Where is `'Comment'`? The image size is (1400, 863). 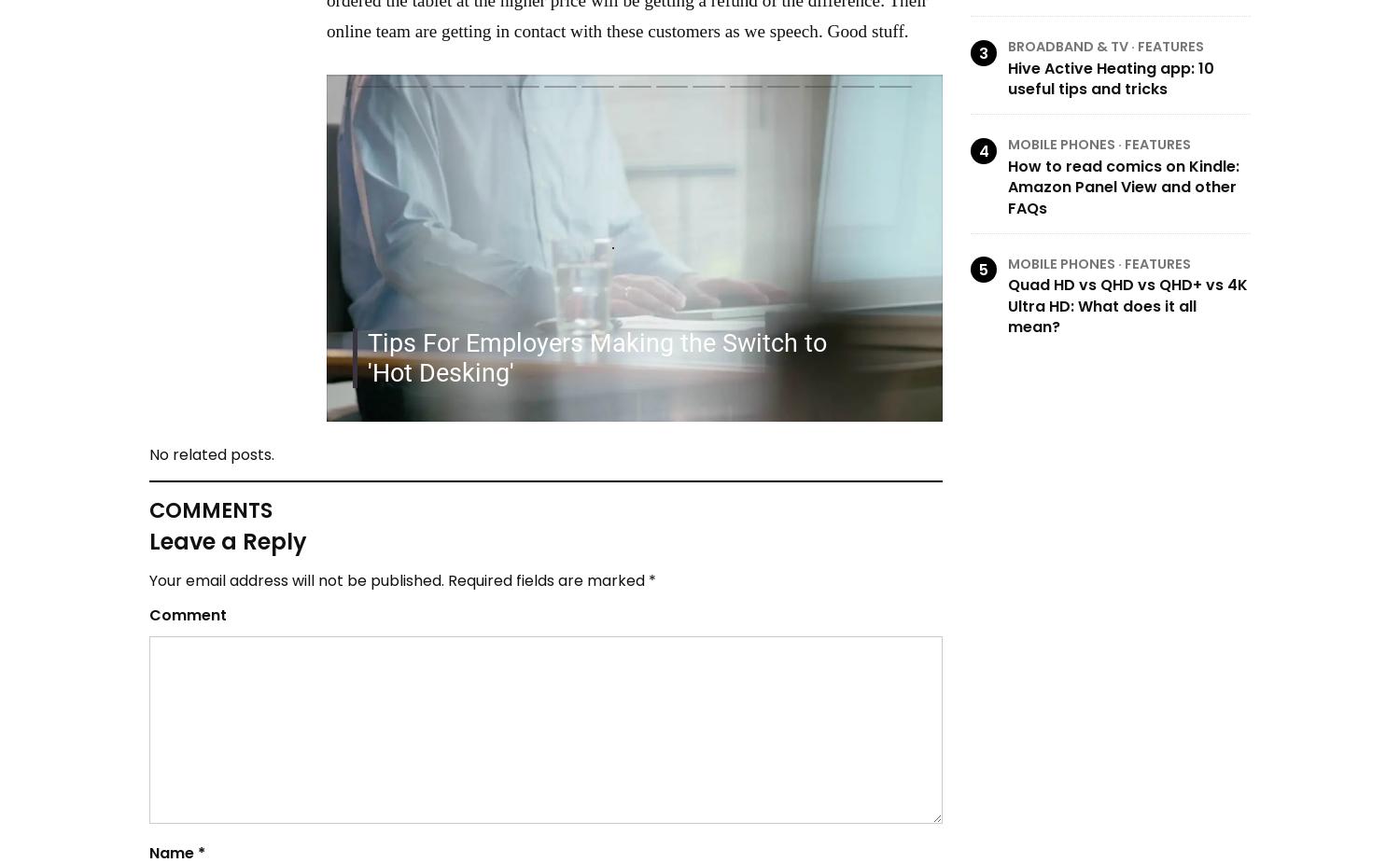 'Comment' is located at coordinates (187, 615).